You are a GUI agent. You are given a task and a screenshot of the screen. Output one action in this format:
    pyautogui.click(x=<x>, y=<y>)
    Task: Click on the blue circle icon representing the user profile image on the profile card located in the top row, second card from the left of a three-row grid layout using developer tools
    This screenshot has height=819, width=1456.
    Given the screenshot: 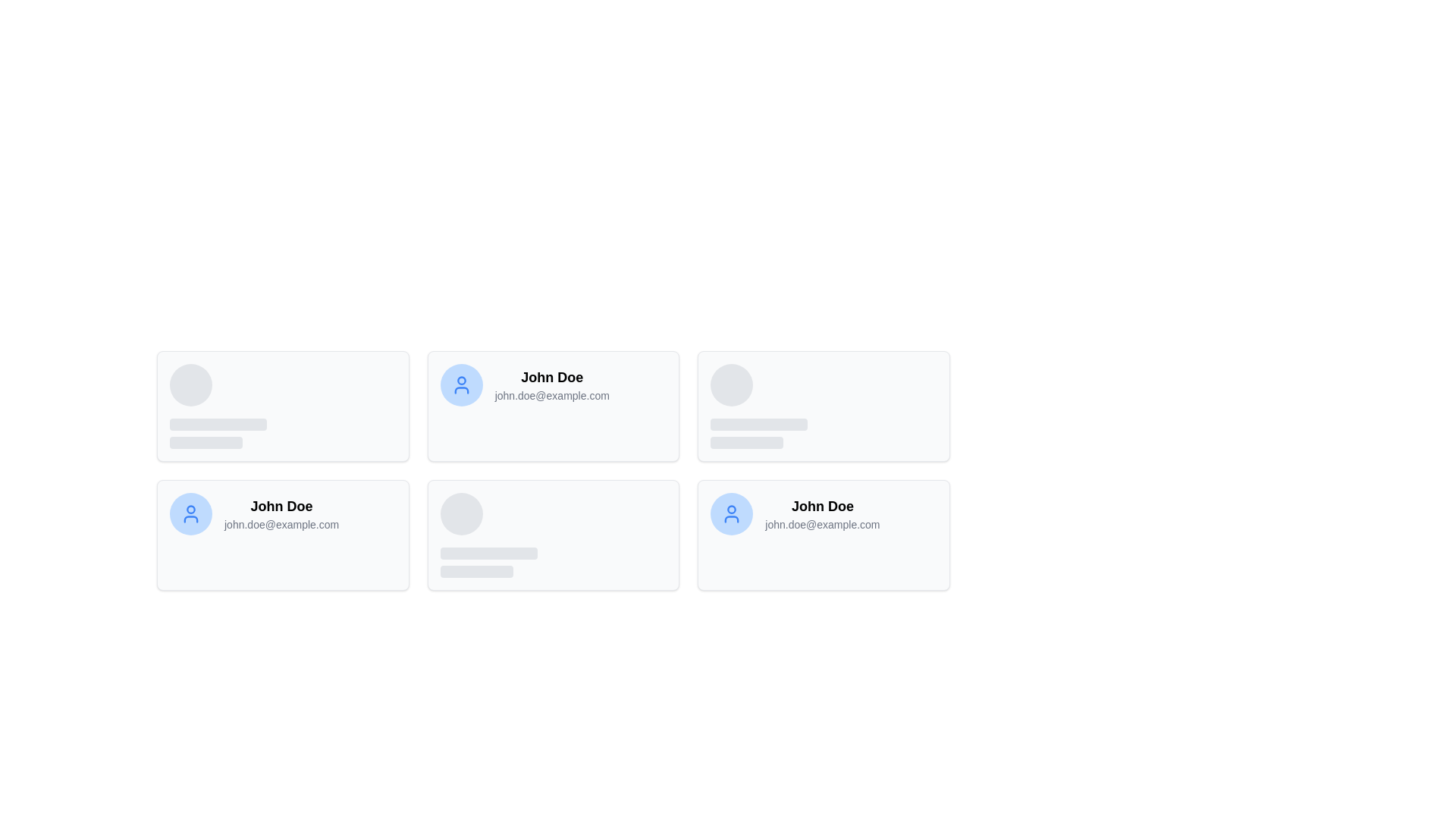 What is the action you would take?
    pyautogui.click(x=460, y=380)
    